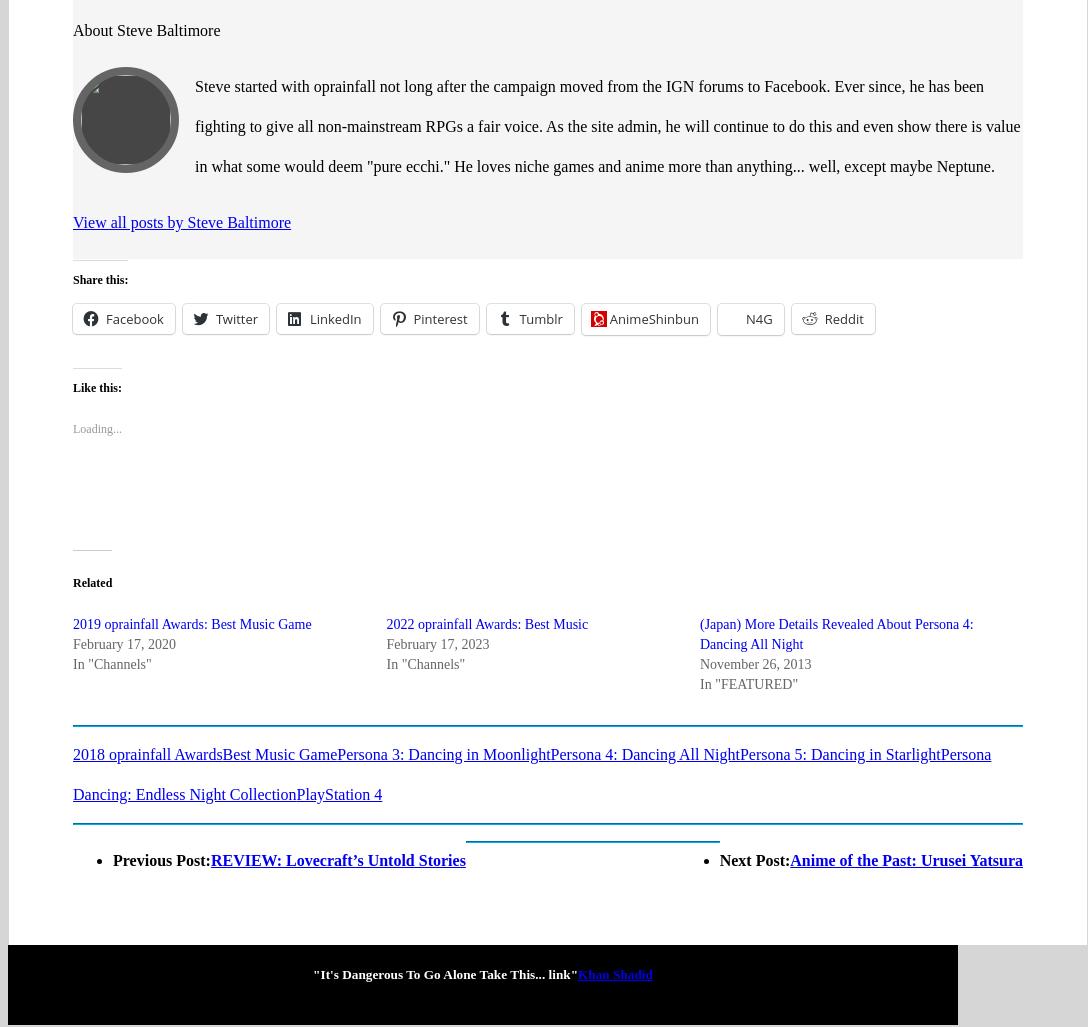  Describe the element at coordinates (615, 895) in the screenshot. I see `'Khan Shadid'` at that location.